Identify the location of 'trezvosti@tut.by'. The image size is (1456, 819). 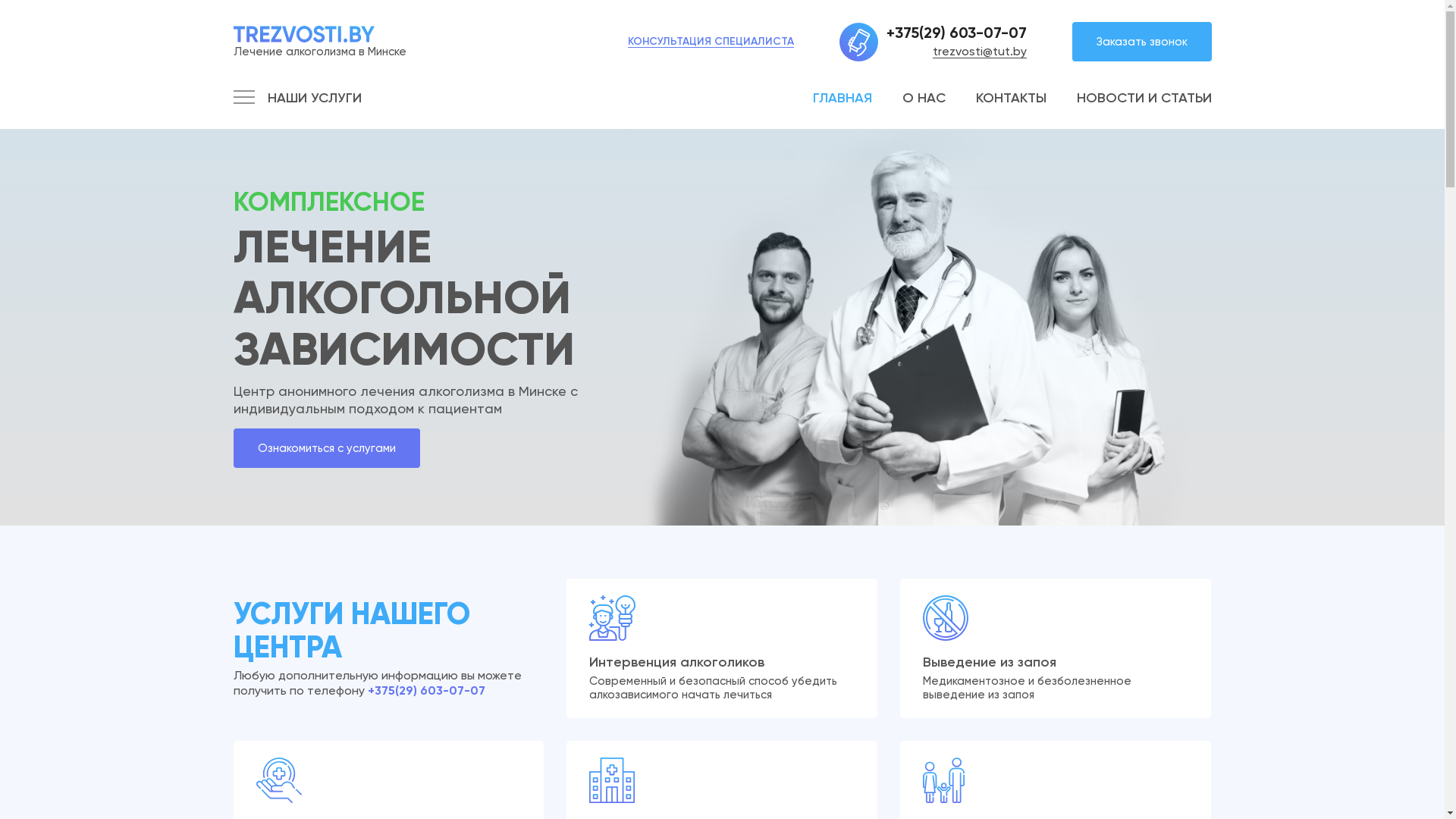
(979, 51).